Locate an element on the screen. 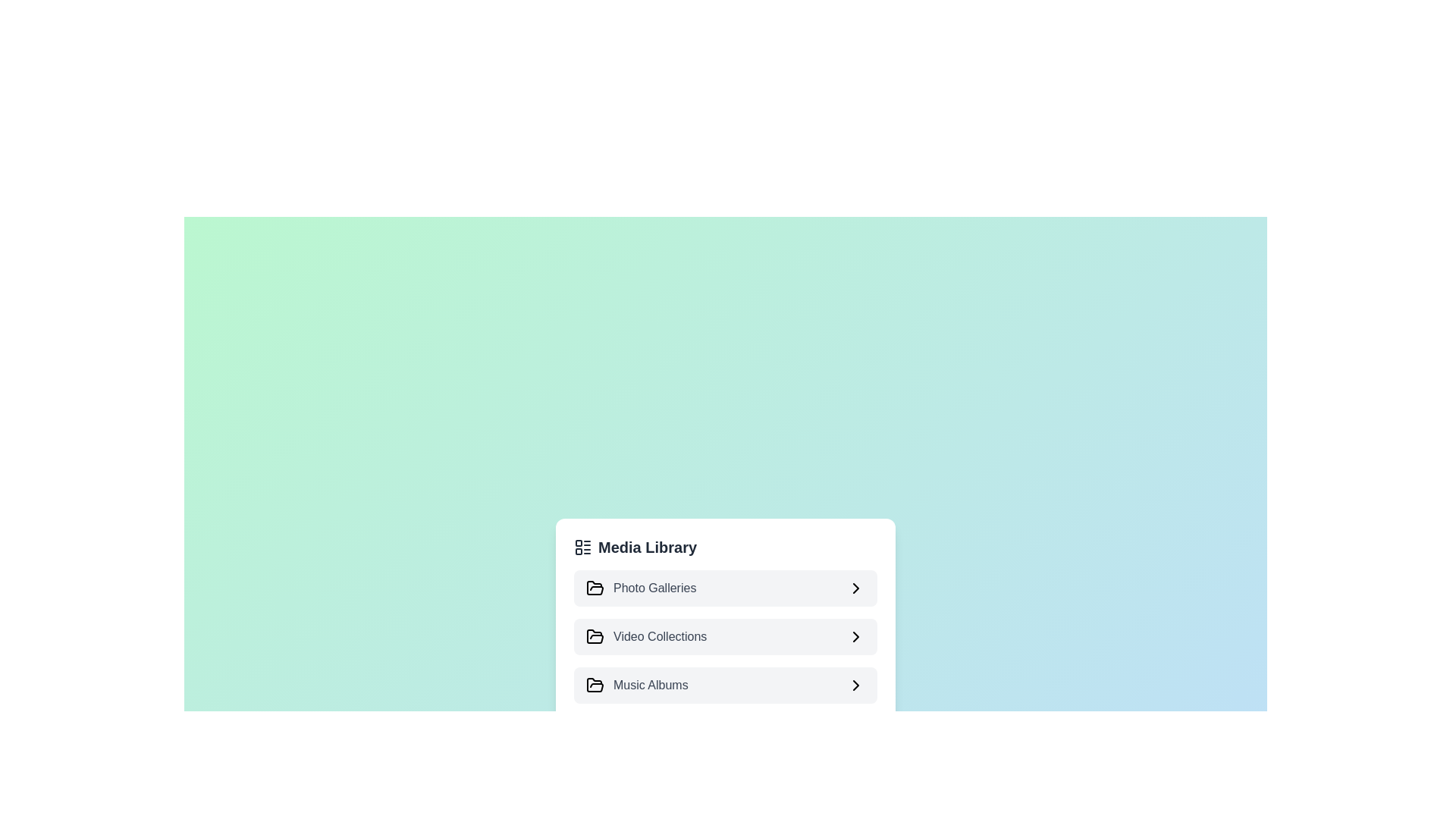  the item Video Collections to observe its hover effect is located at coordinates (724, 637).